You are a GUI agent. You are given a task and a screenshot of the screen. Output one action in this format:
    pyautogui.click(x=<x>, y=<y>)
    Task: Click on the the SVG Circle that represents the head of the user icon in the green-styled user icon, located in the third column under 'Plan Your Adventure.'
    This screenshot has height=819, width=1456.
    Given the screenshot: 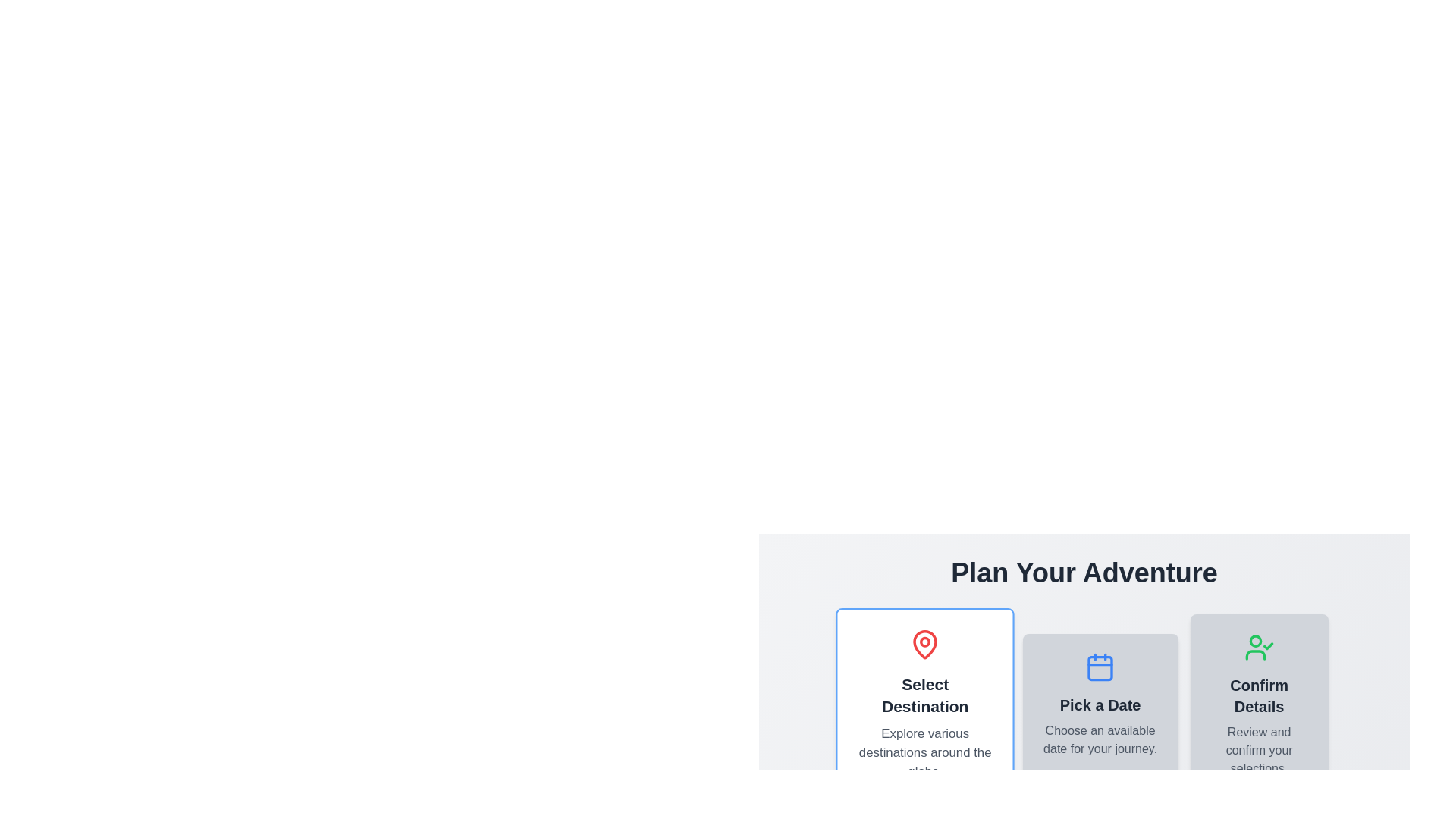 What is the action you would take?
    pyautogui.click(x=1255, y=641)
    